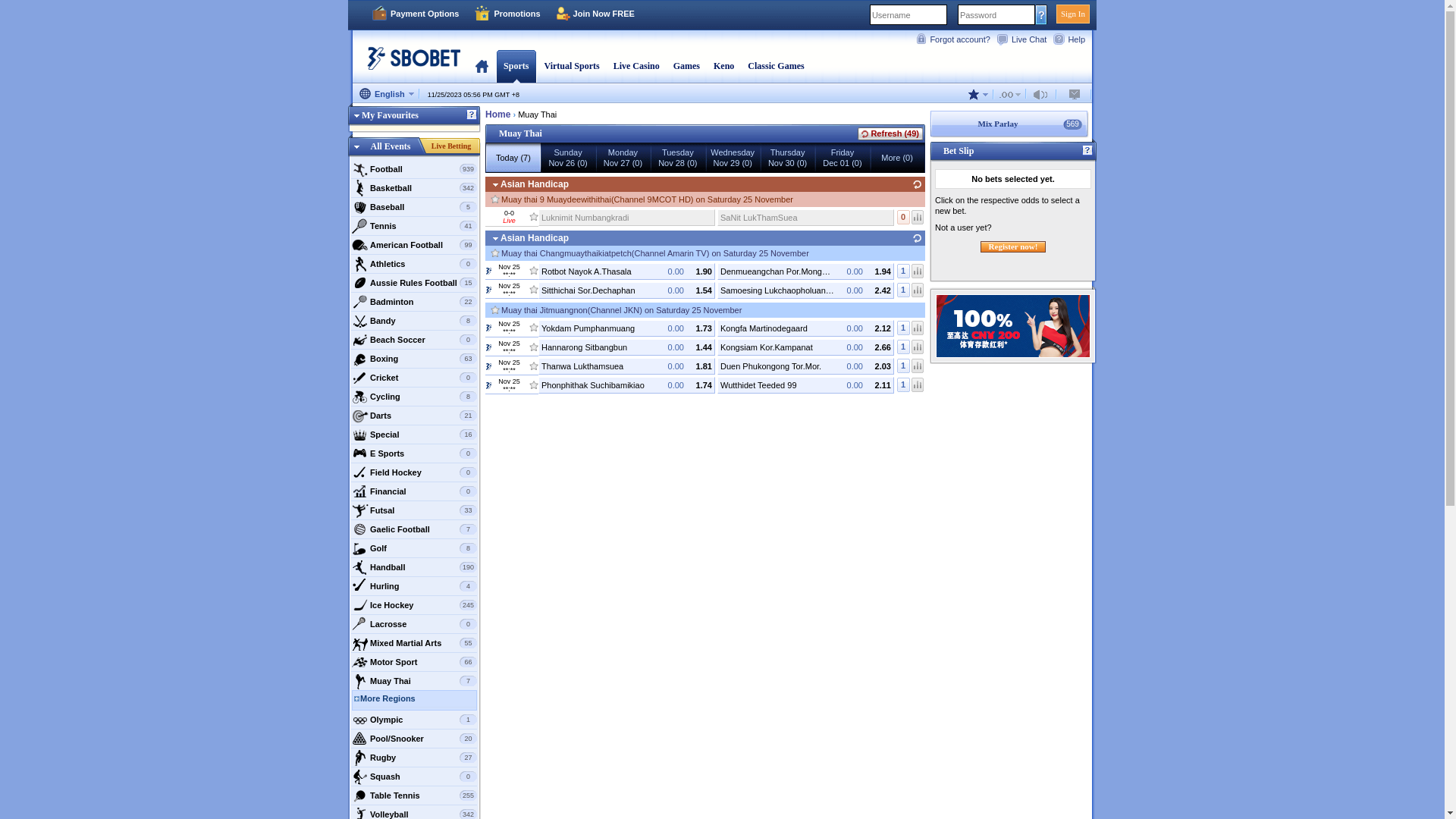 This screenshot has width=1456, height=819. What do you see at coordinates (566, 158) in the screenshot?
I see `'Sunday` at bounding box center [566, 158].